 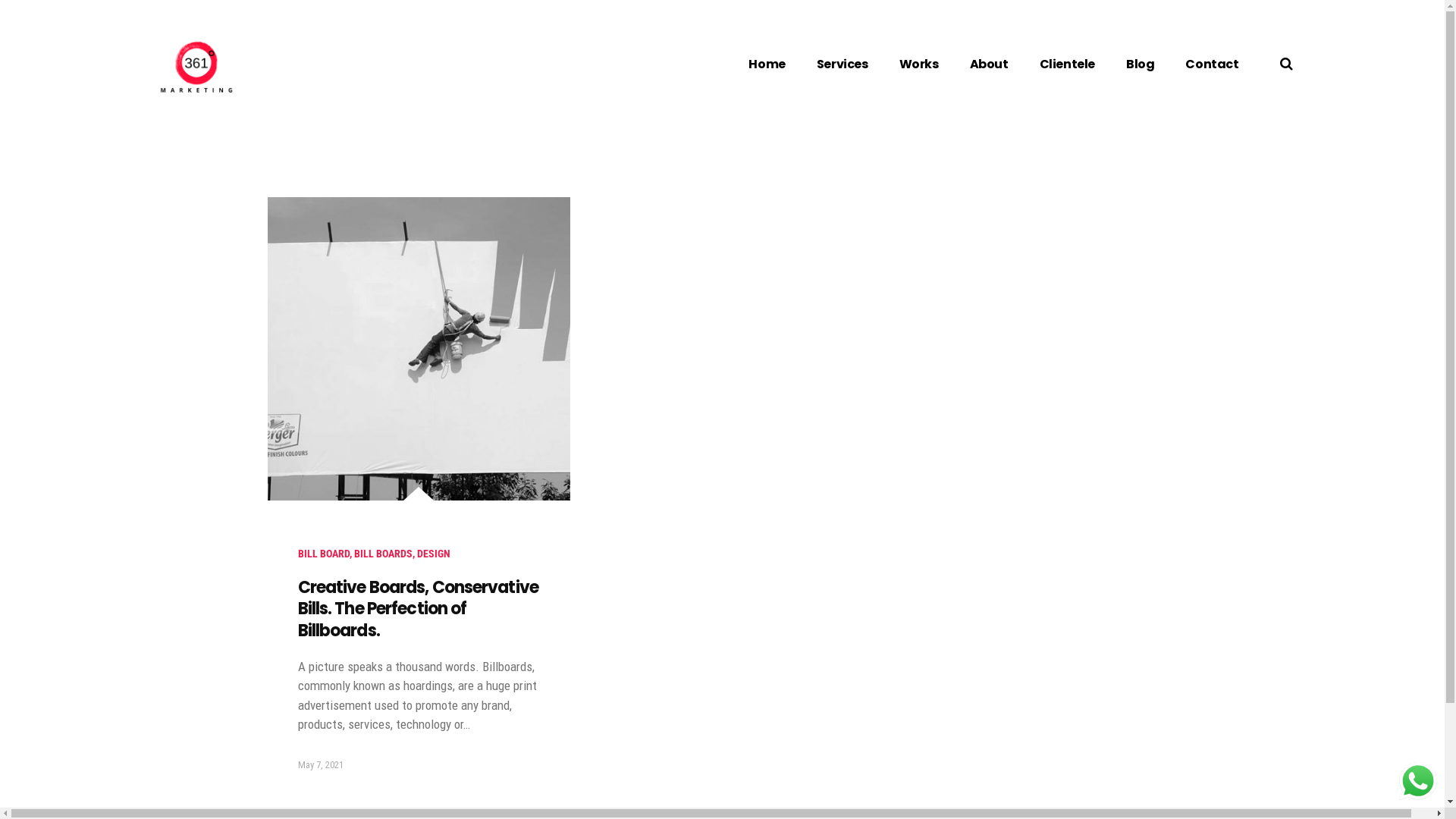 I want to click on 'Home', so click(x=767, y=63).